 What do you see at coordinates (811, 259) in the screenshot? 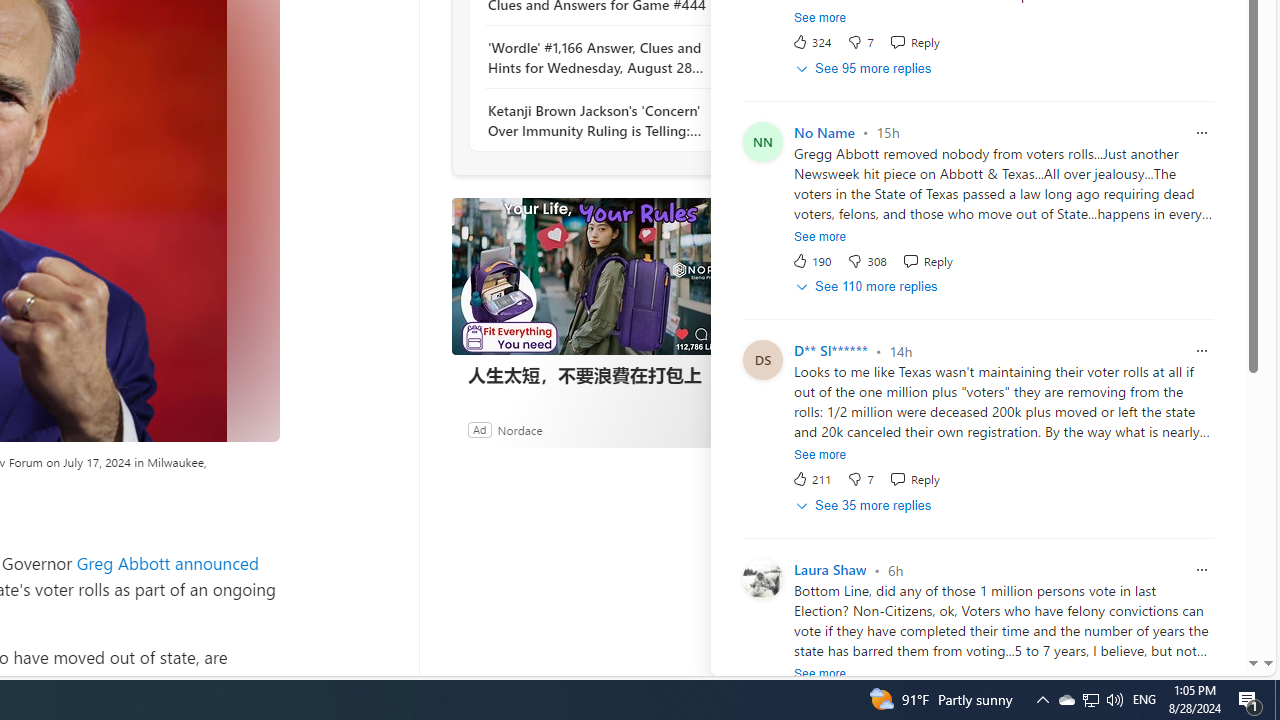
I see `'190 Like'` at bounding box center [811, 259].